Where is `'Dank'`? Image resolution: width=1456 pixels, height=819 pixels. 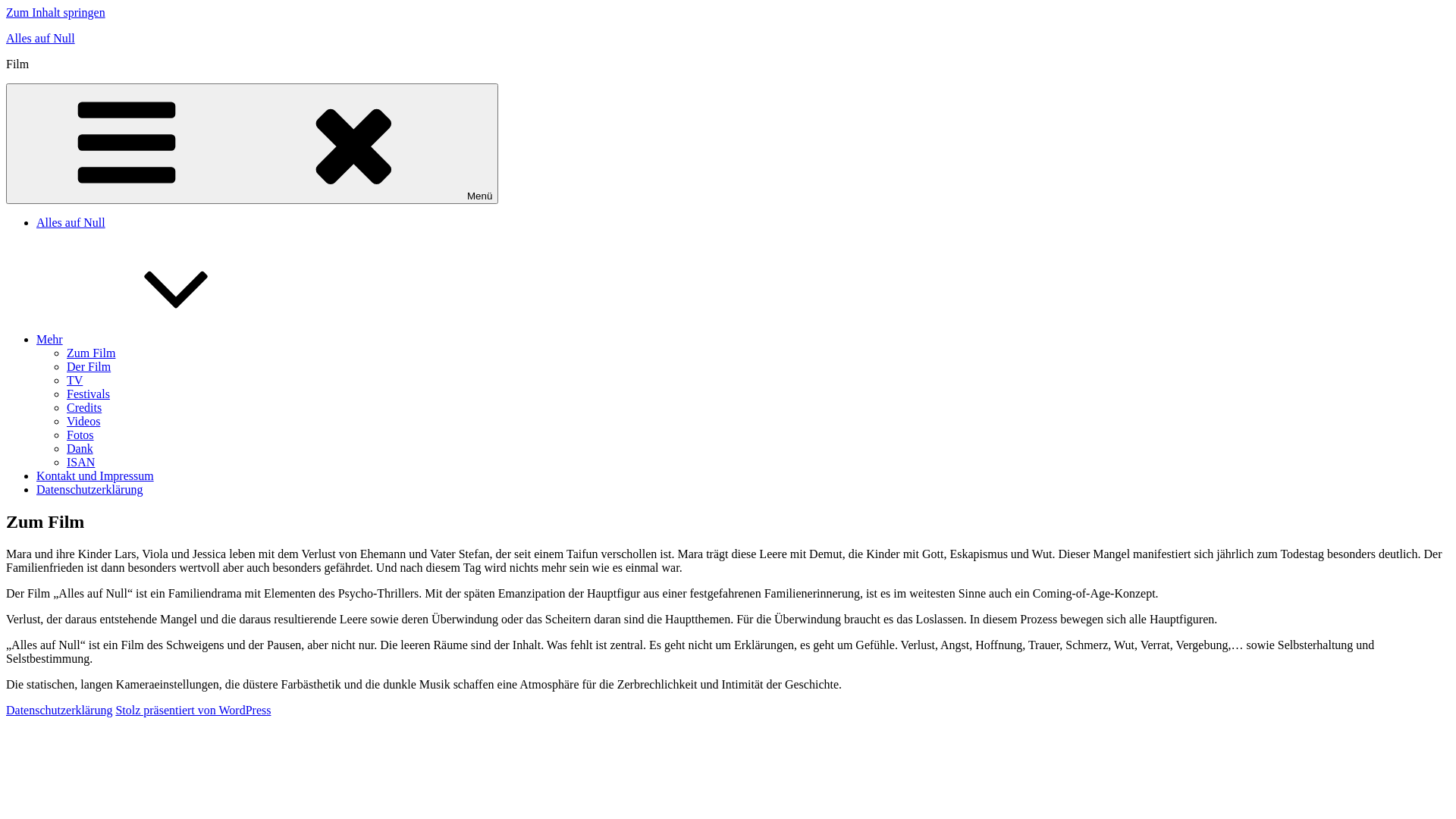 'Dank' is located at coordinates (79, 447).